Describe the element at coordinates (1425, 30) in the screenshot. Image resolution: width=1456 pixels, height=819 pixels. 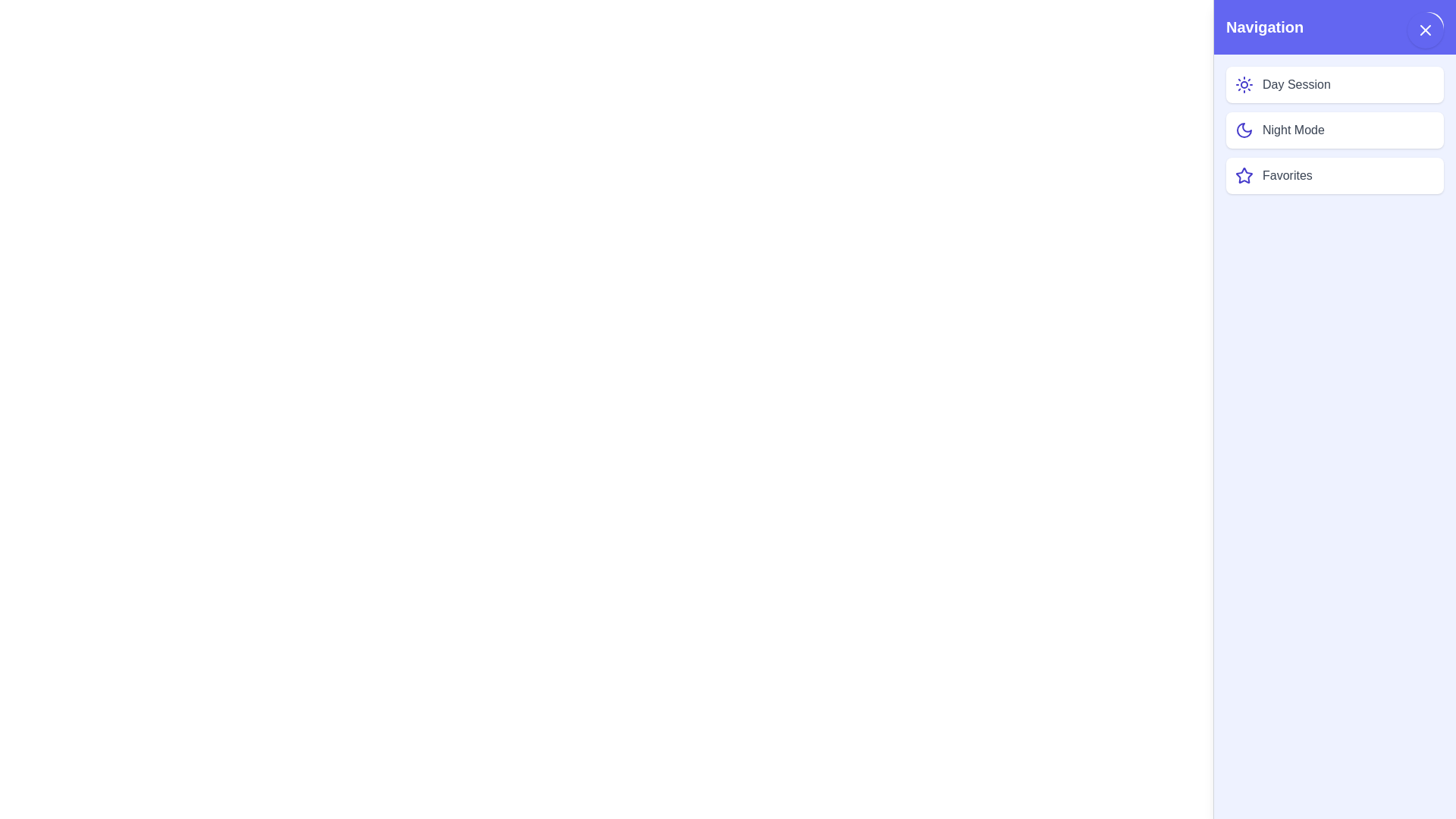
I see `the floating button to toggle the drawer open or closed` at that location.